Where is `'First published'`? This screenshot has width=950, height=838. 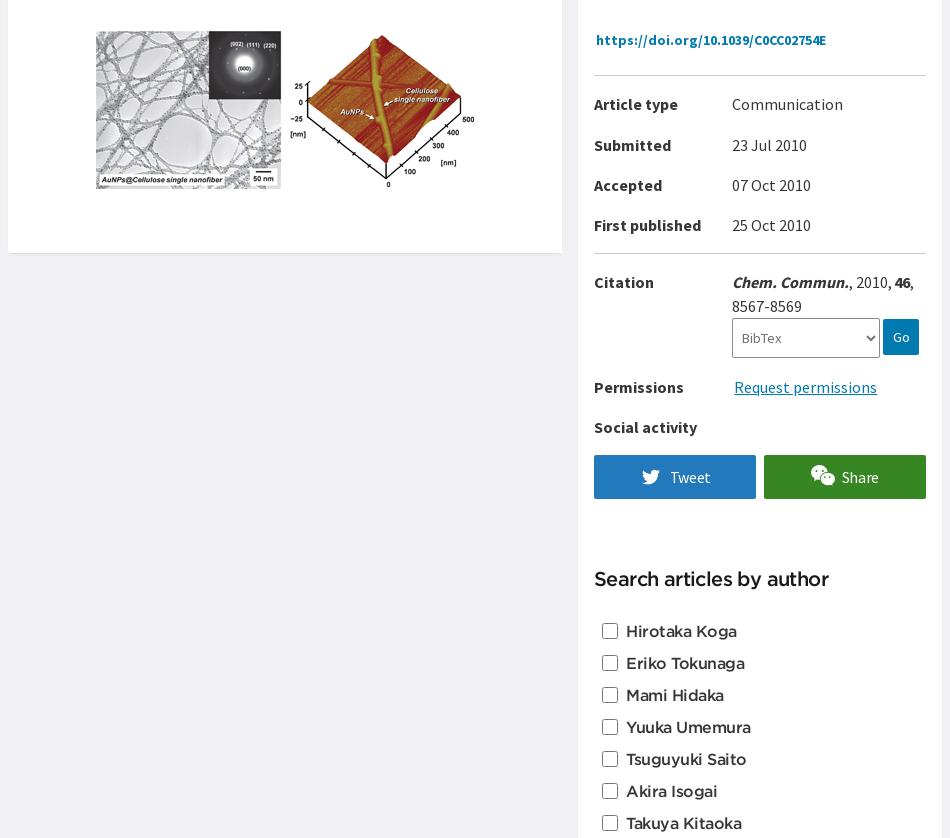
'First published' is located at coordinates (647, 224).